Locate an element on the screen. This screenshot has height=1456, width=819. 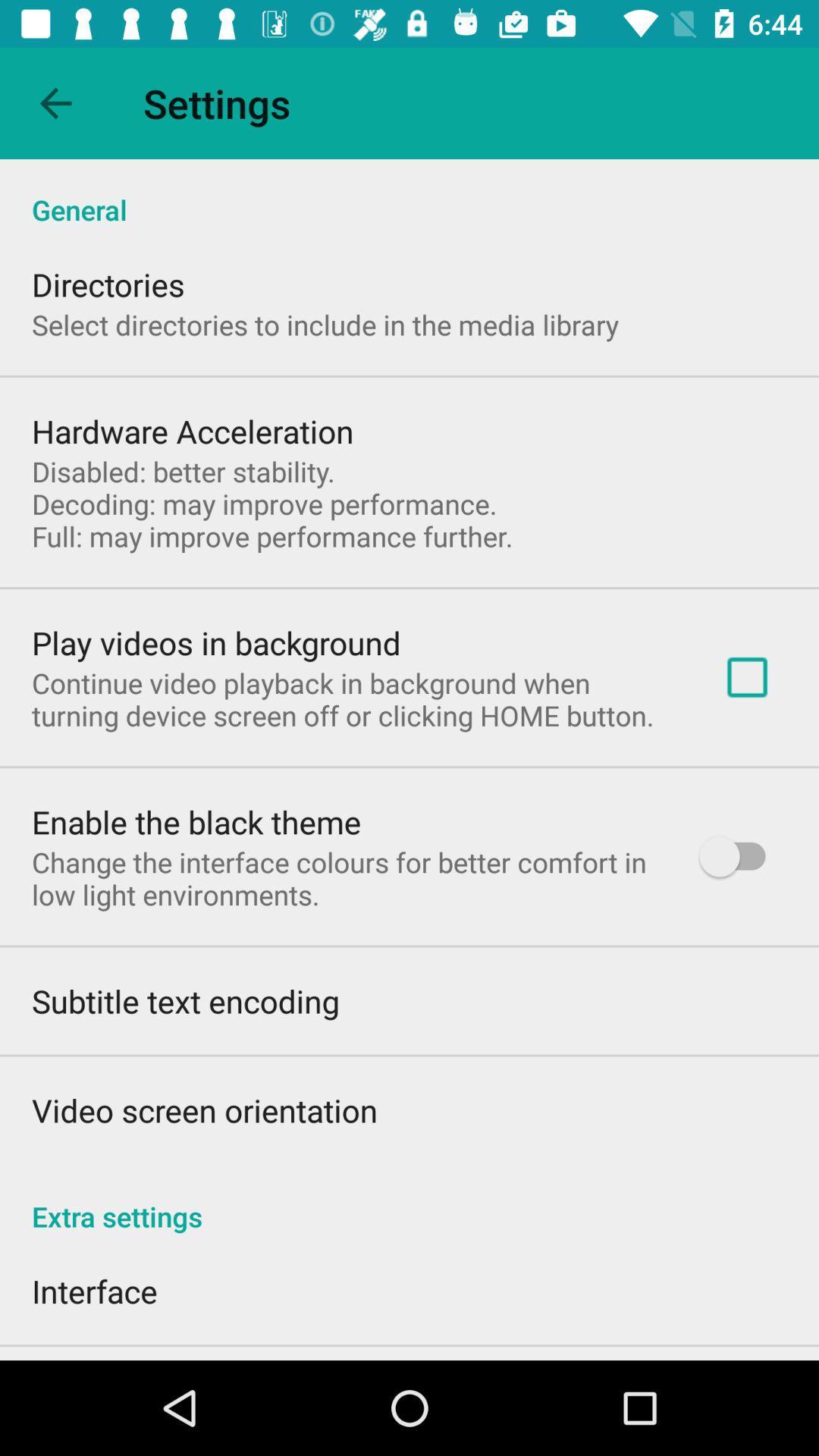
app above general item is located at coordinates (55, 102).